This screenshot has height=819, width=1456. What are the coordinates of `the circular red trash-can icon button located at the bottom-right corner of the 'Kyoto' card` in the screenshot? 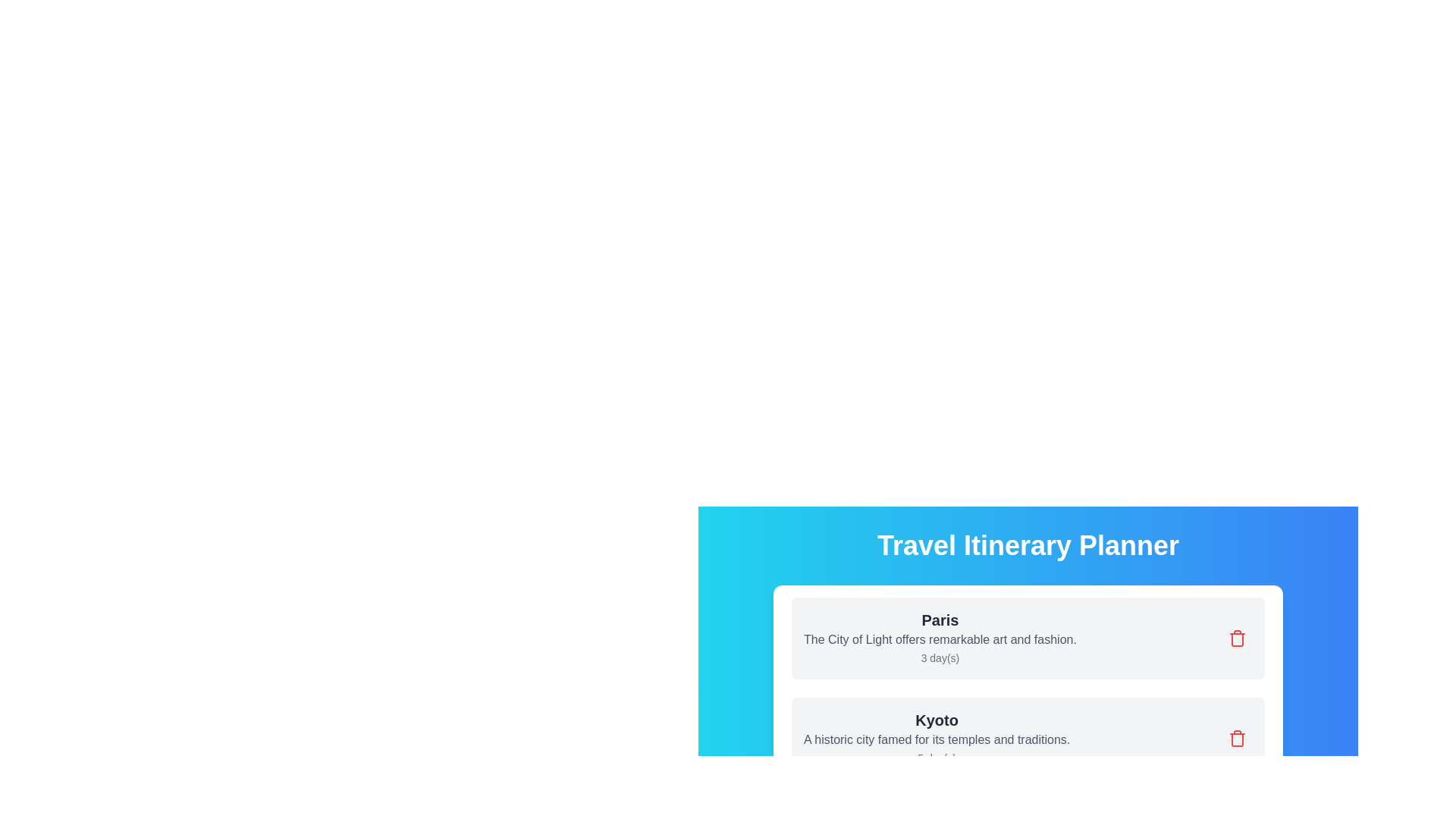 It's located at (1238, 738).